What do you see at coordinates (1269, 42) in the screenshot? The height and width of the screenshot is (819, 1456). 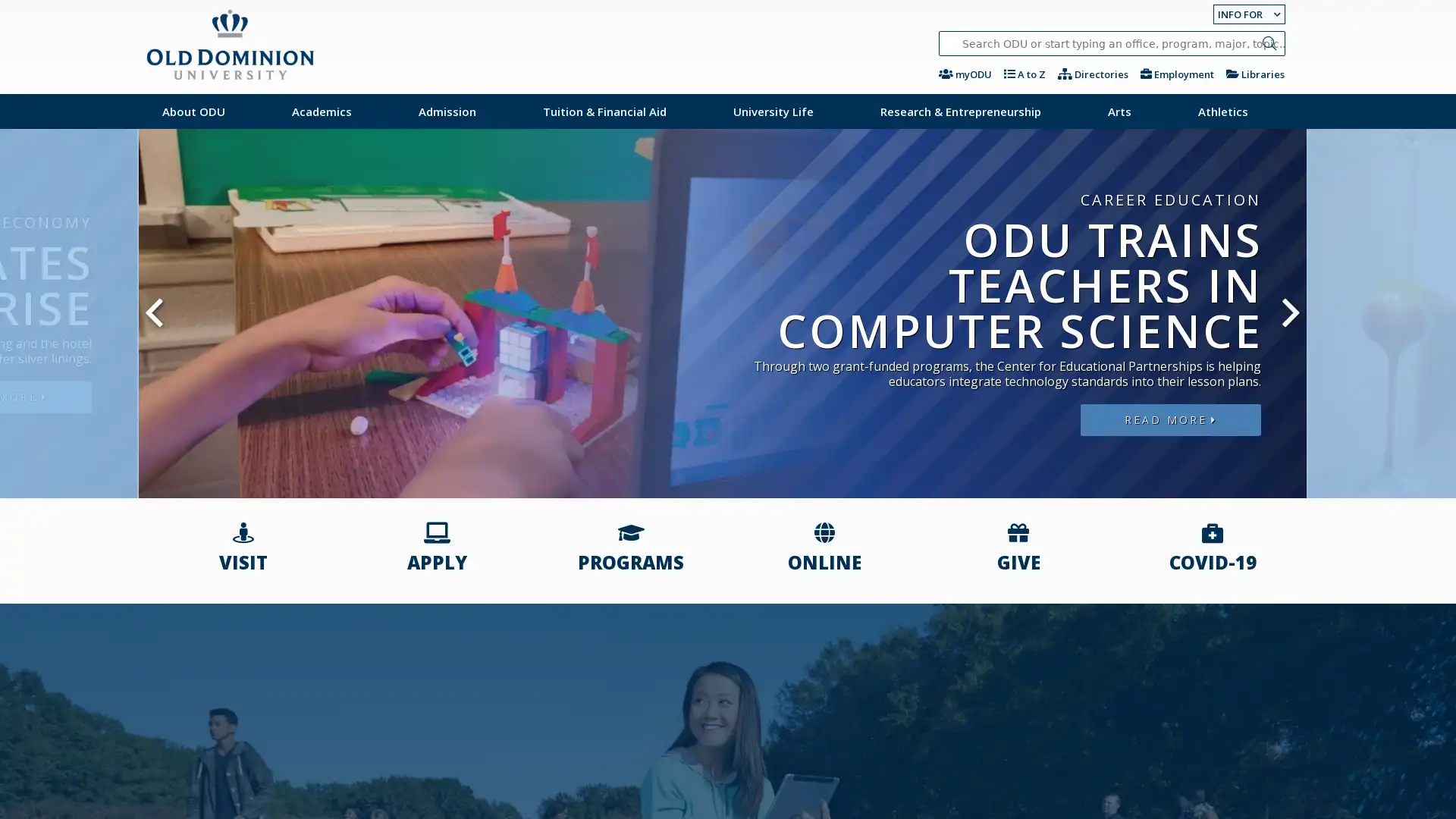 I see `search button` at bounding box center [1269, 42].